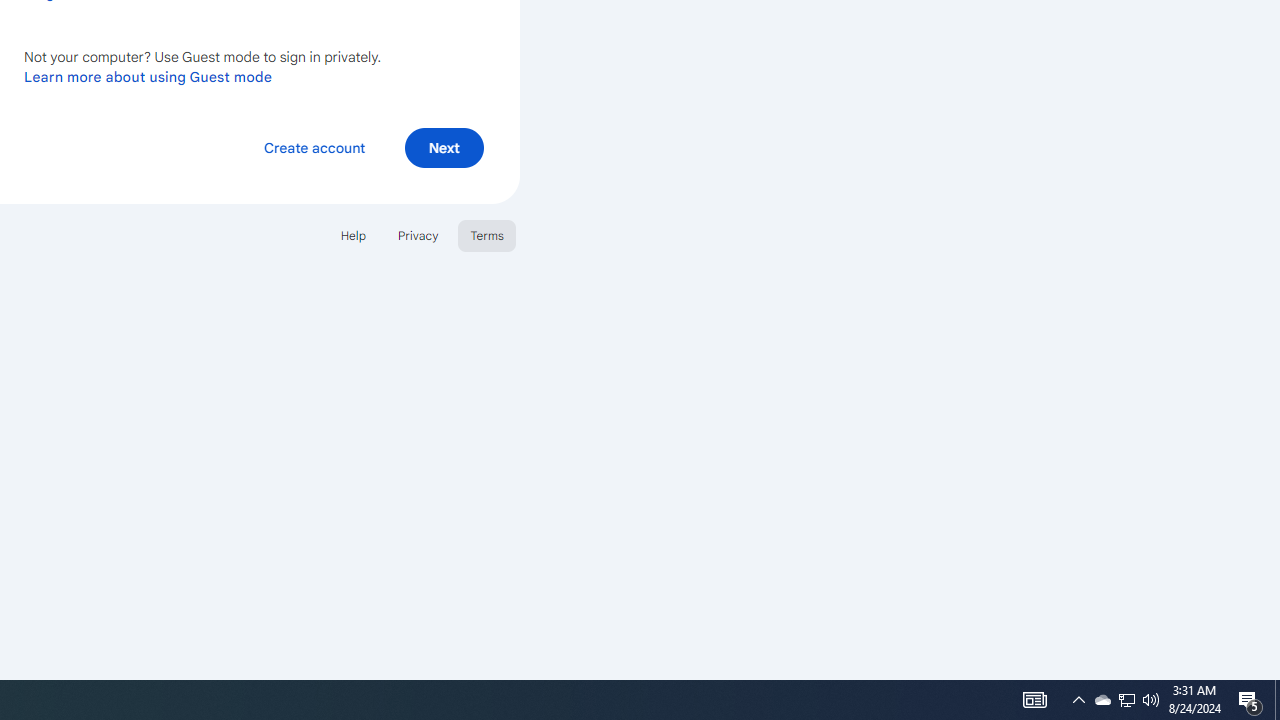 This screenshot has height=720, width=1280. What do you see at coordinates (313, 146) in the screenshot?
I see `'Create account'` at bounding box center [313, 146].